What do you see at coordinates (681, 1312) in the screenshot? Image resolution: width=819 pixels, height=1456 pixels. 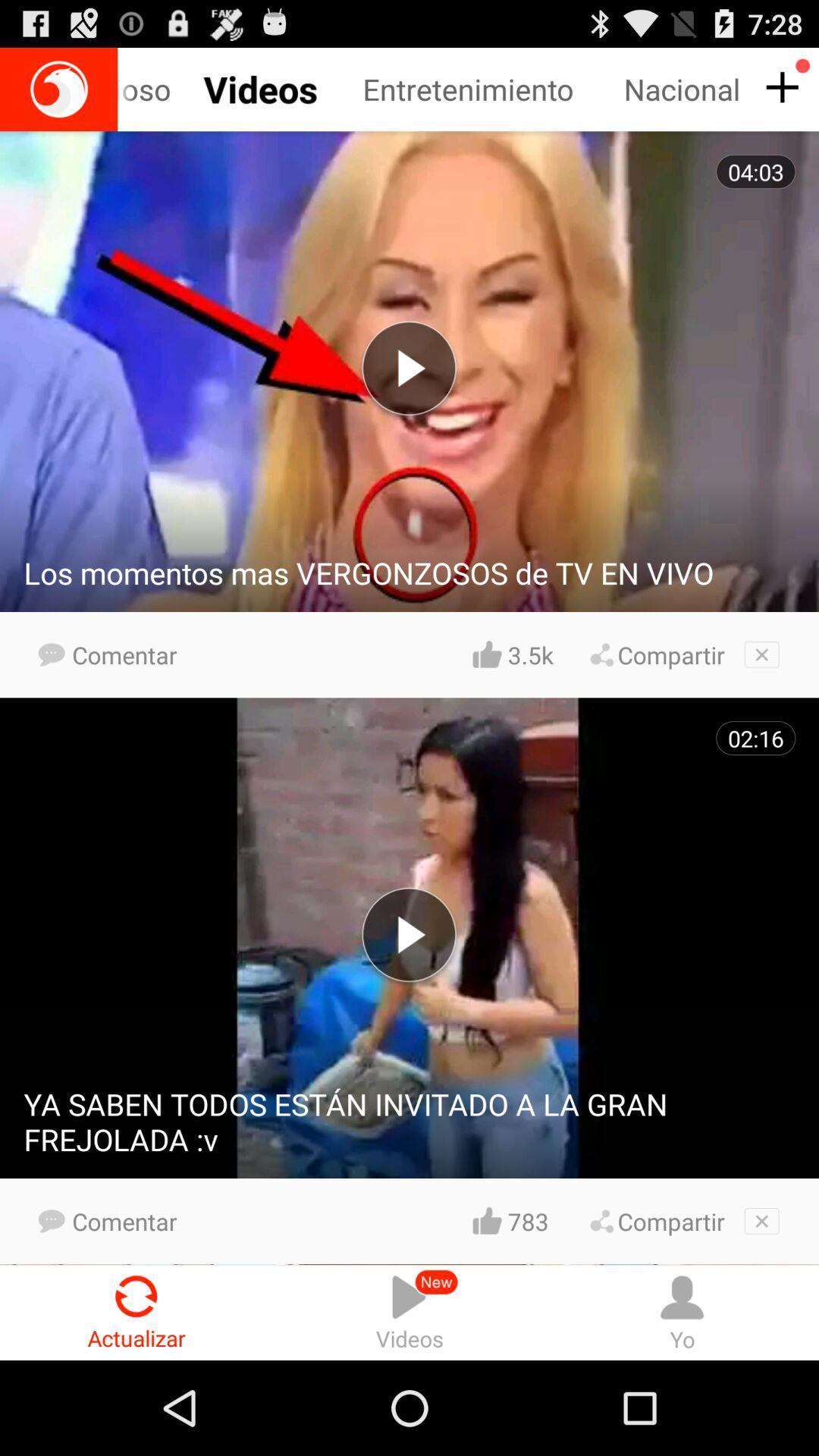 I see `the yo radio button` at bounding box center [681, 1312].